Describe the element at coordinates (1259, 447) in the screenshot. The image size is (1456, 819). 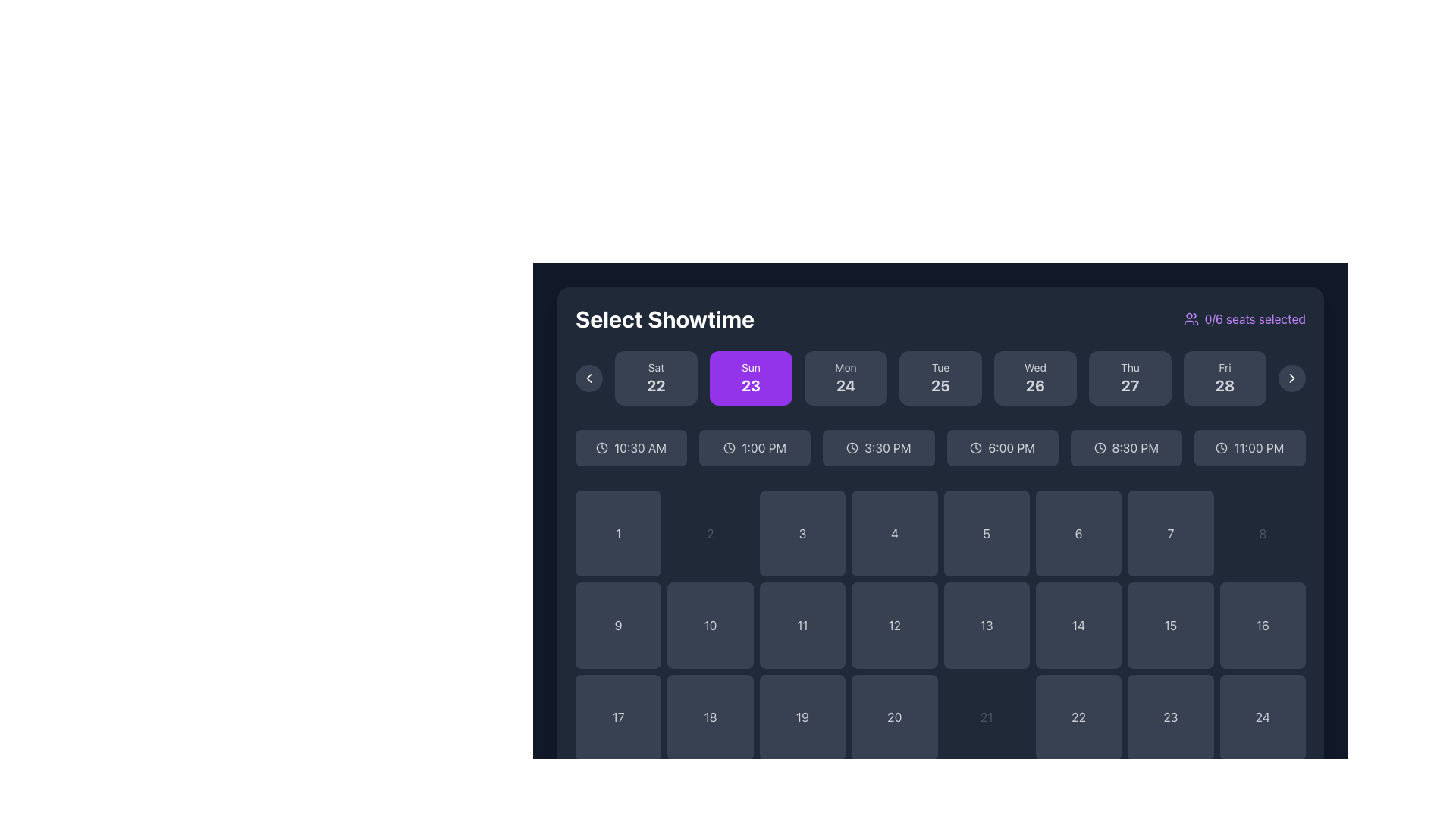
I see `the '11:00 PM' text label, which is the last element in a horizontal row of selectable times` at that location.